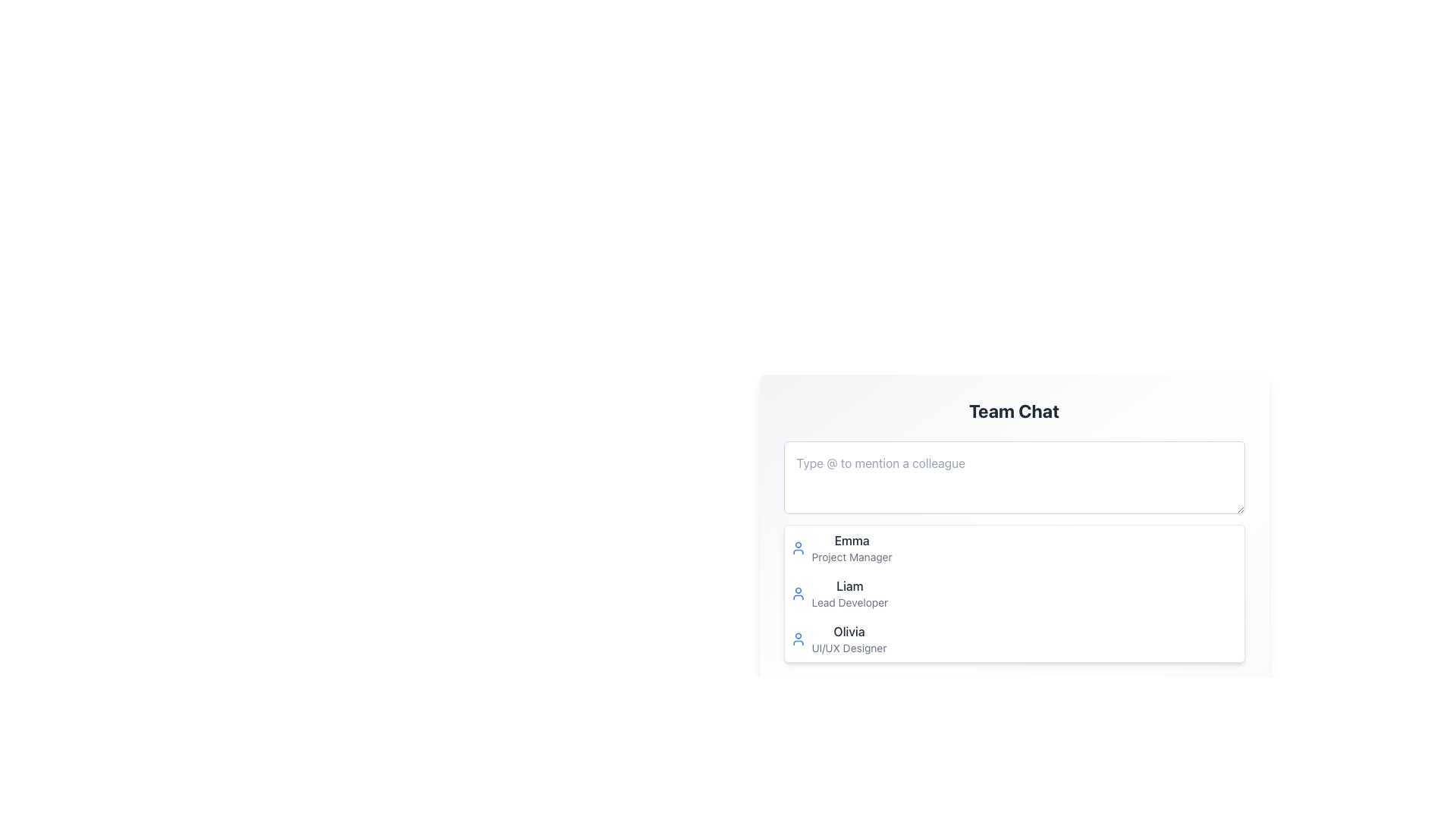 This screenshot has width=1456, height=819. Describe the element at coordinates (1014, 639) in the screenshot. I see `the third user listing in the team chat application` at that location.